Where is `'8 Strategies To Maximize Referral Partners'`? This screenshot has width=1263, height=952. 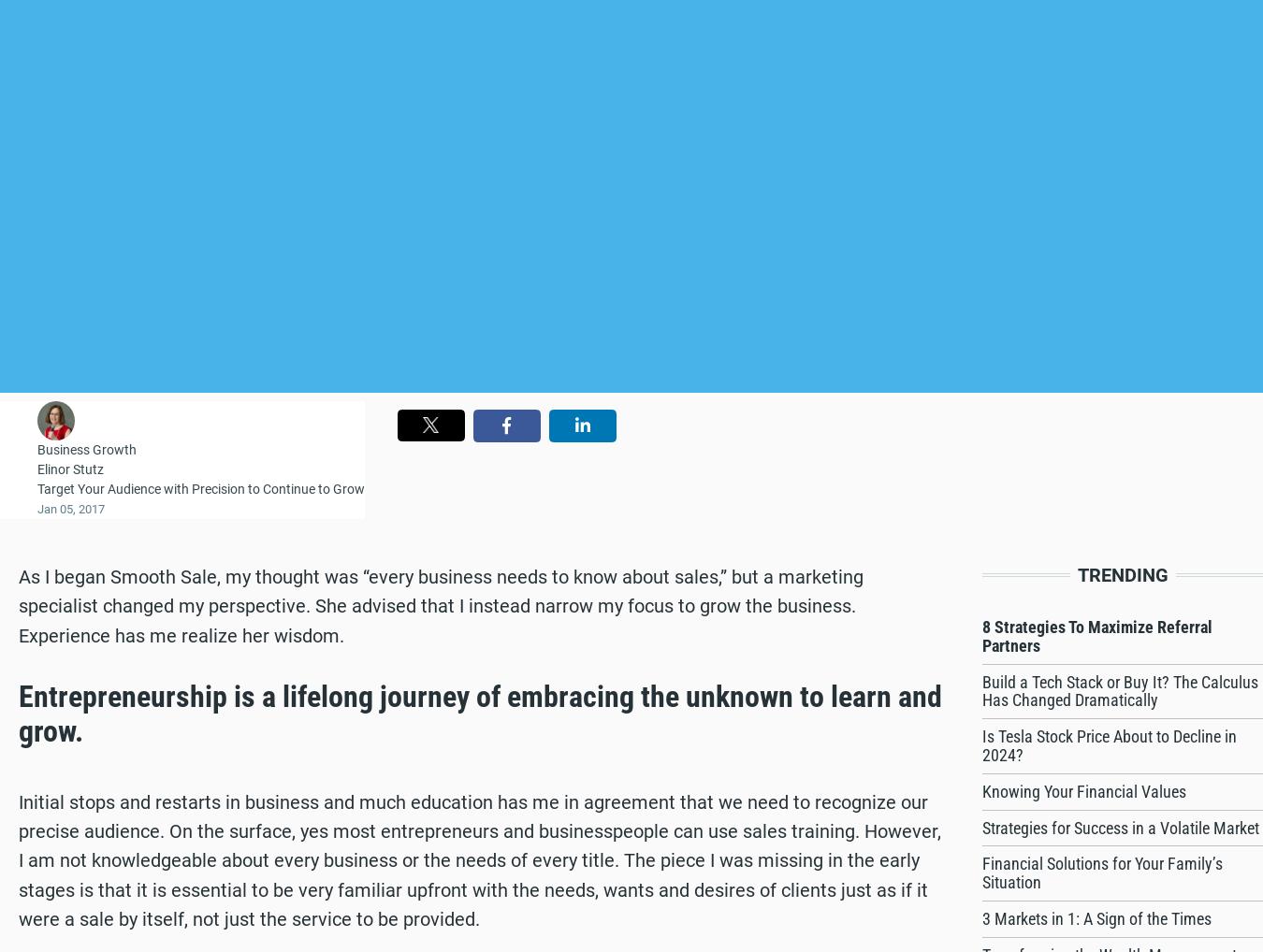
'8 Strategies To Maximize Referral Partners' is located at coordinates (982, 636).